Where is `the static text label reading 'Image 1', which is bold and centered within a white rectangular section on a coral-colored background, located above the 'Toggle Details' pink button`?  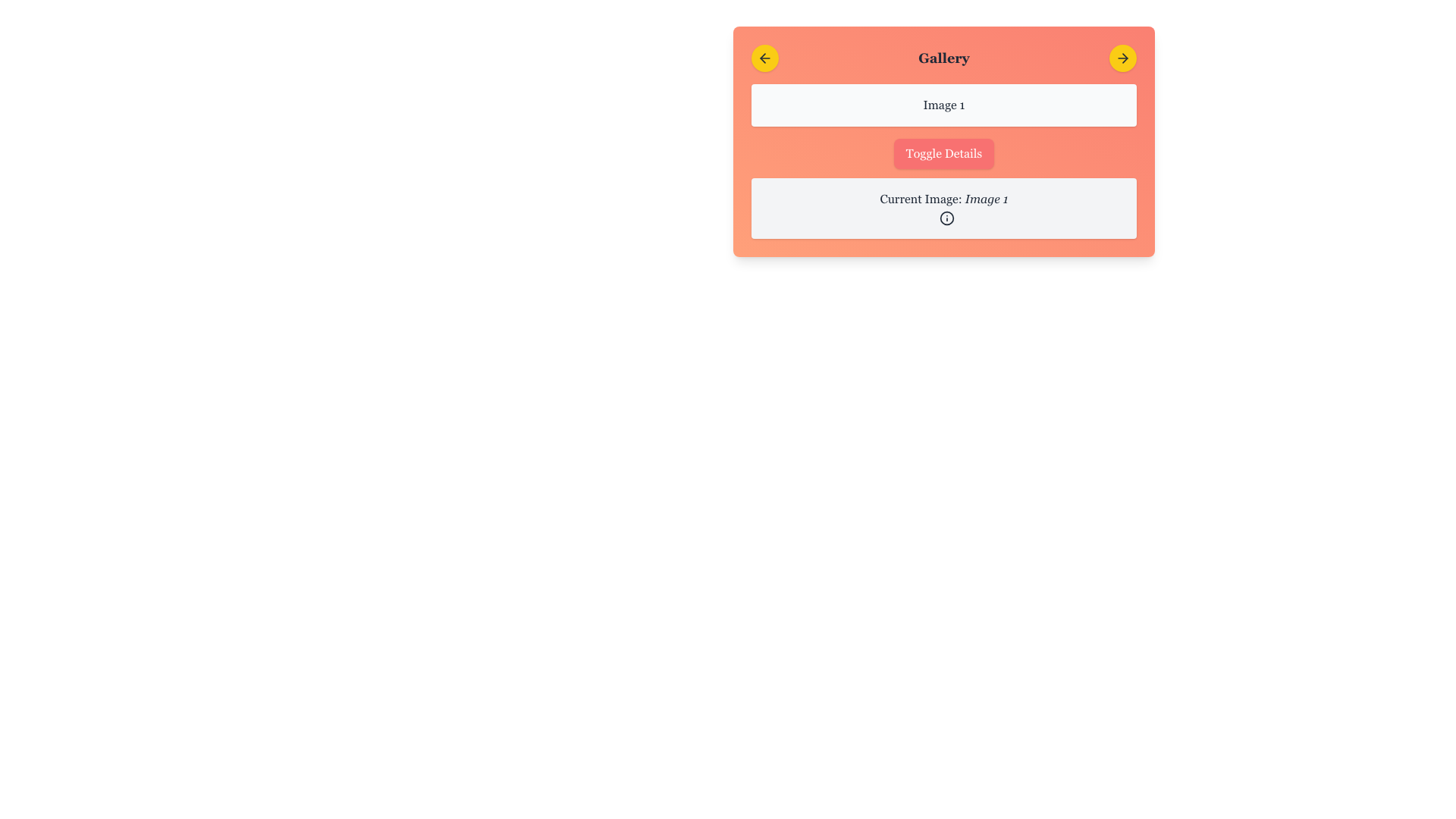
the static text label reading 'Image 1', which is bold and centered within a white rectangular section on a coral-colored background, located above the 'Toggle Details' pink button is located at coordinates (943, 104).